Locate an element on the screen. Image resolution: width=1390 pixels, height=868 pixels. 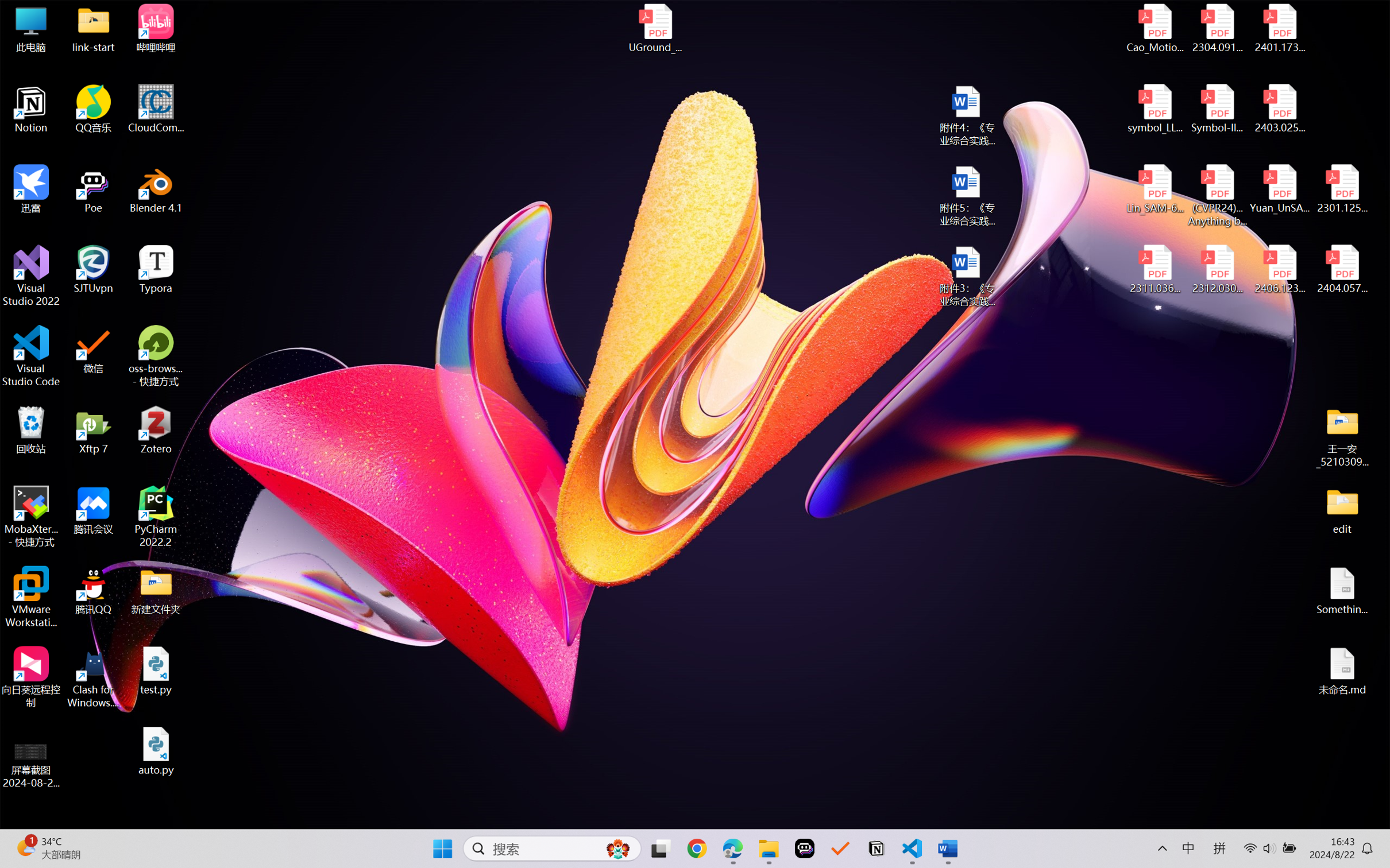
'2406.12373v2.pdf' is located at coordinates (1279, 269).